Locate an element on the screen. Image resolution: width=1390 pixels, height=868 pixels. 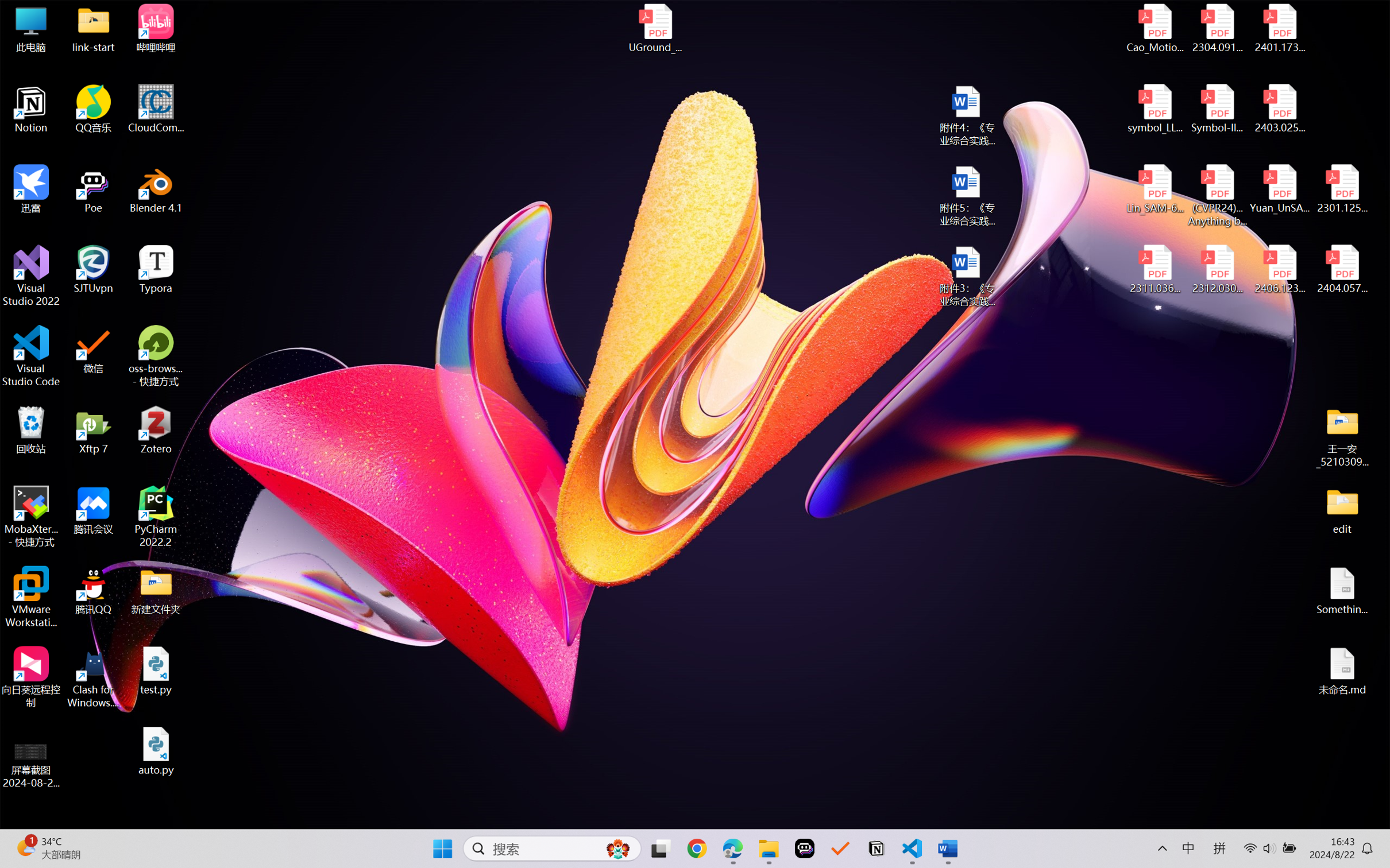
'2406.12373v2.pdf' is located at coordinates (1279, 269).